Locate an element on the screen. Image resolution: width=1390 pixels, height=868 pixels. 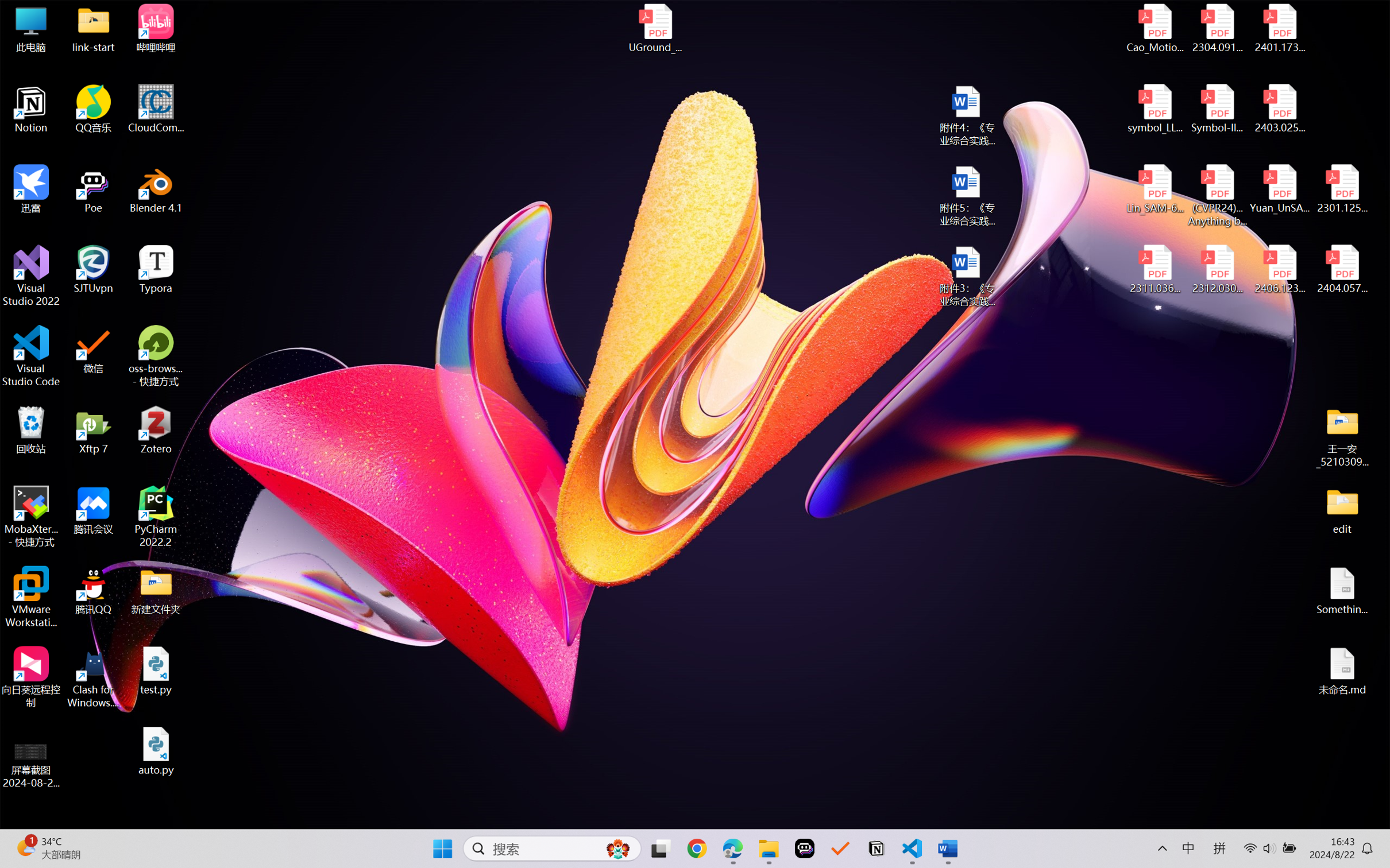
'2406.12373v2.pdf' is located at coordinates (1279, 269).